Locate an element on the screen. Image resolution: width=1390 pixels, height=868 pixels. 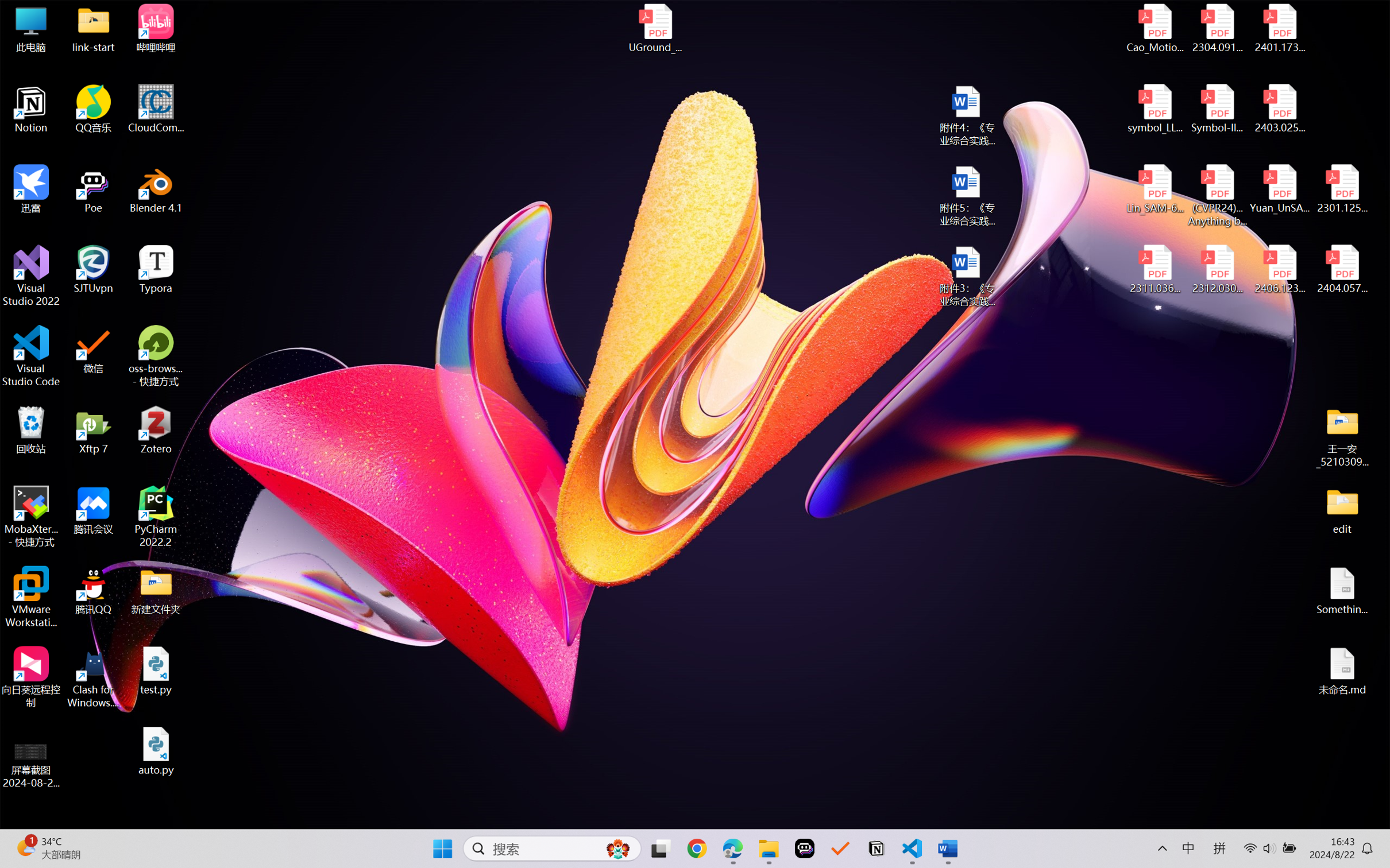
'2406.12373v2.pdf' is located at coordinates (1279, 269).